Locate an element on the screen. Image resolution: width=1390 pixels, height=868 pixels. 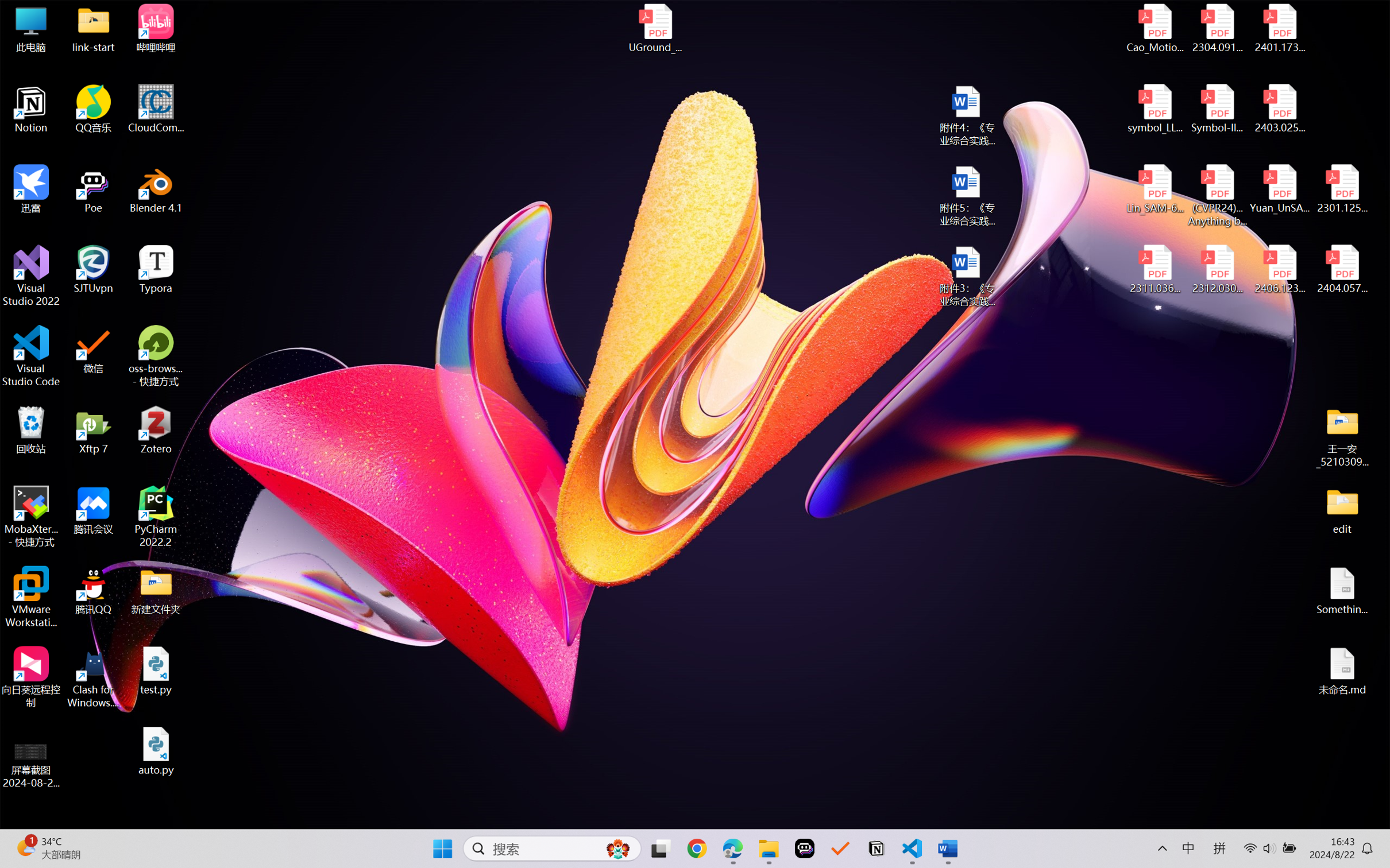
'2406.12373v2.pdf' is located at coordinates (1279, 269).